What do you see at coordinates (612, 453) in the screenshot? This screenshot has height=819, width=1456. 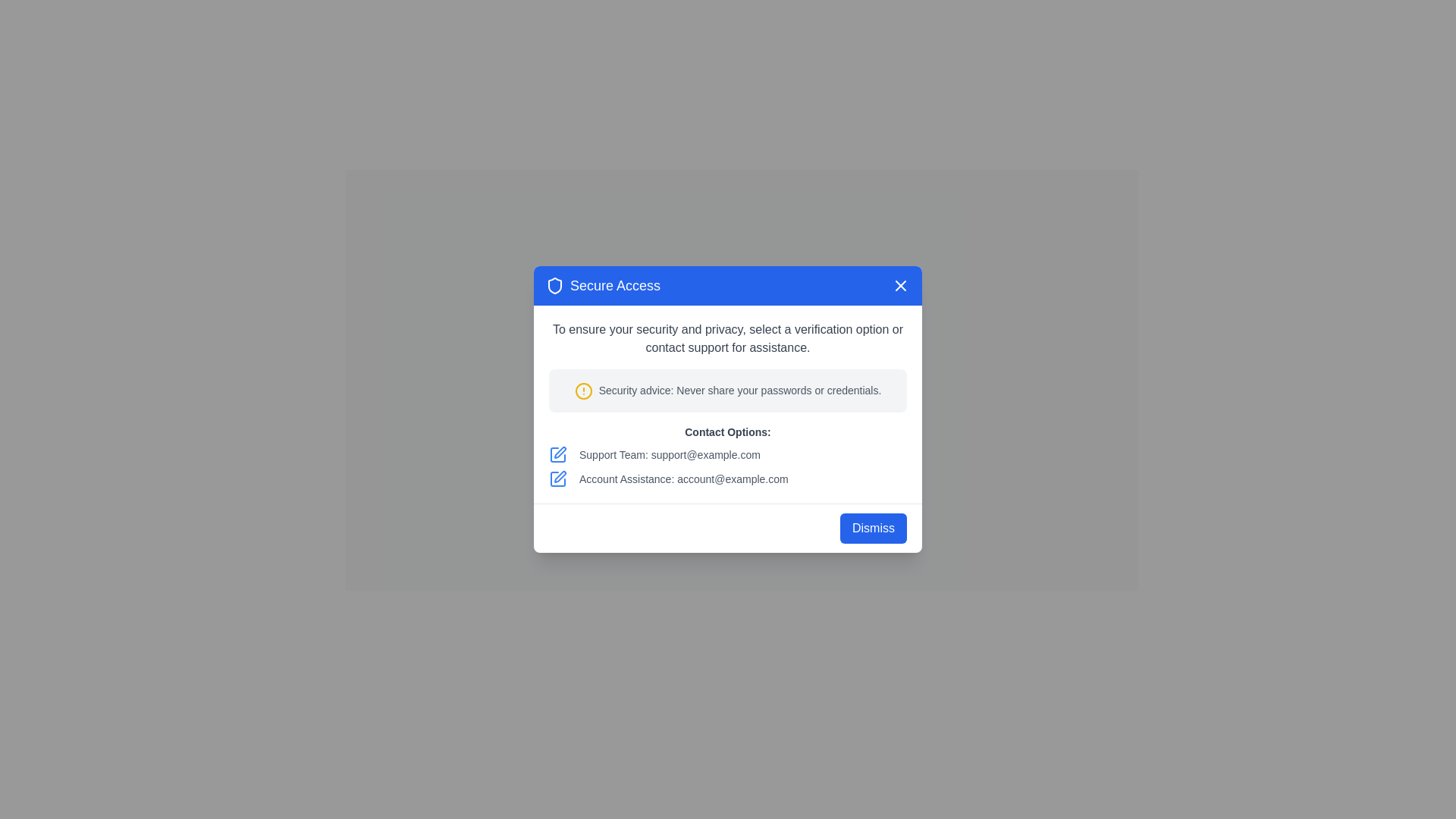 I see `the text label that identifies the support team's contact information, which displays 'Support Team: support@example.com'` at bounding box center [612, 453].